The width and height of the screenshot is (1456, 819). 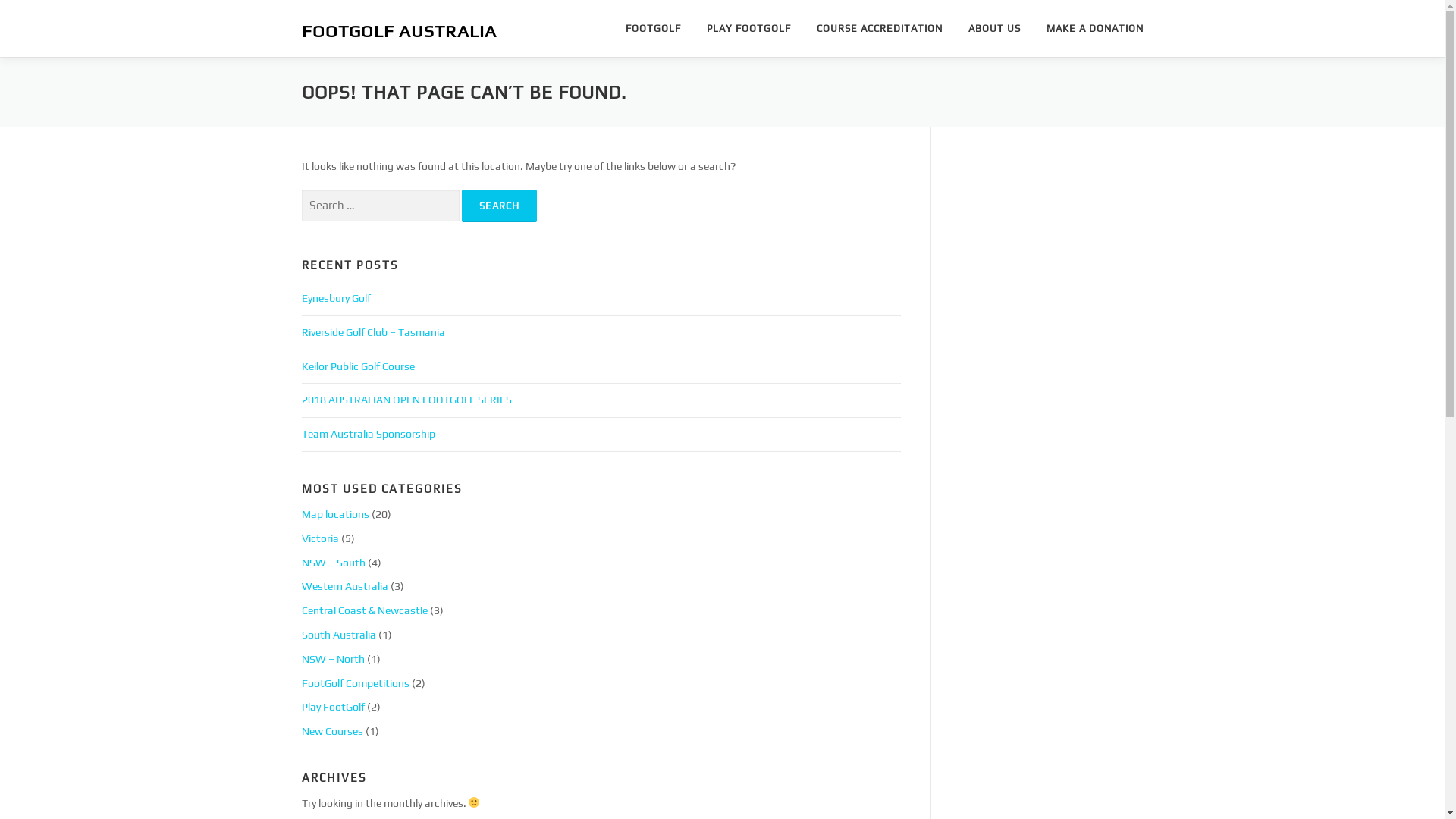 I want to click on 'Keilor Public Golf Course', so click(x=302, y=366).